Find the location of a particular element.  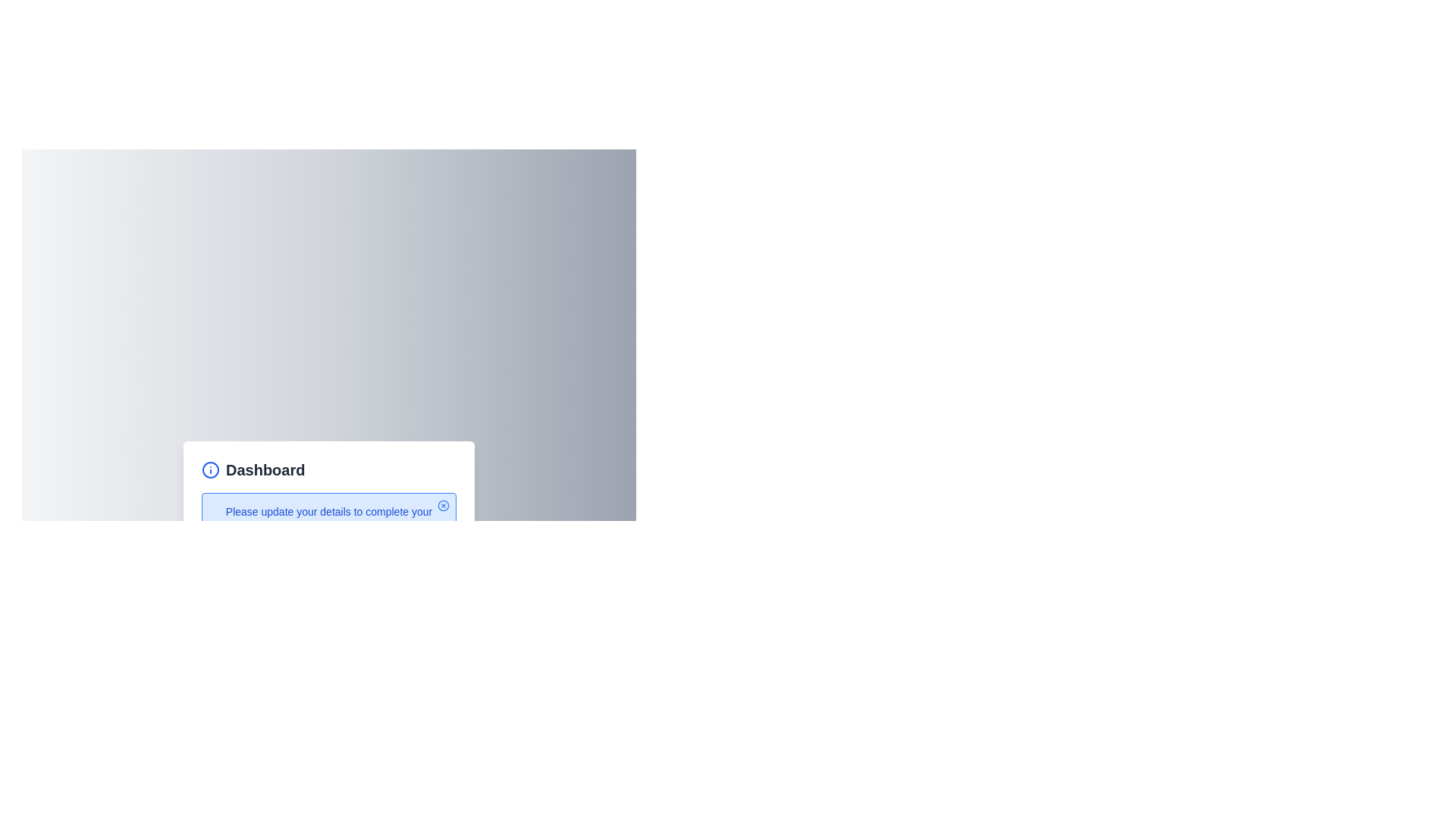

the circular SVG shape located in the top-right corner of the modal, which serves as a visual or interactive indicator is located at coordinates (443, 506).